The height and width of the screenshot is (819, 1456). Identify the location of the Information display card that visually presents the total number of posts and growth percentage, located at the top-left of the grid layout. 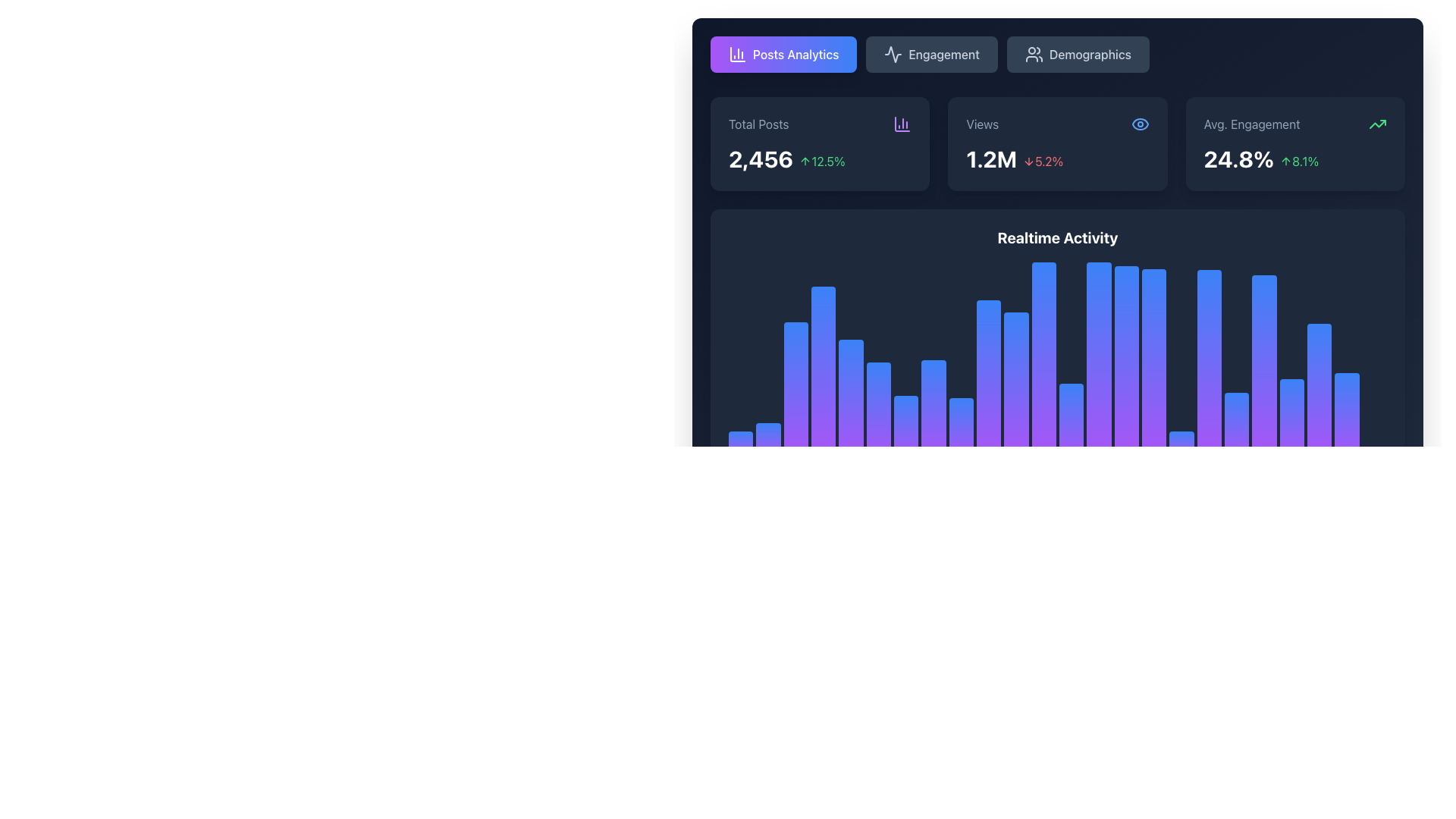
(819, 143).